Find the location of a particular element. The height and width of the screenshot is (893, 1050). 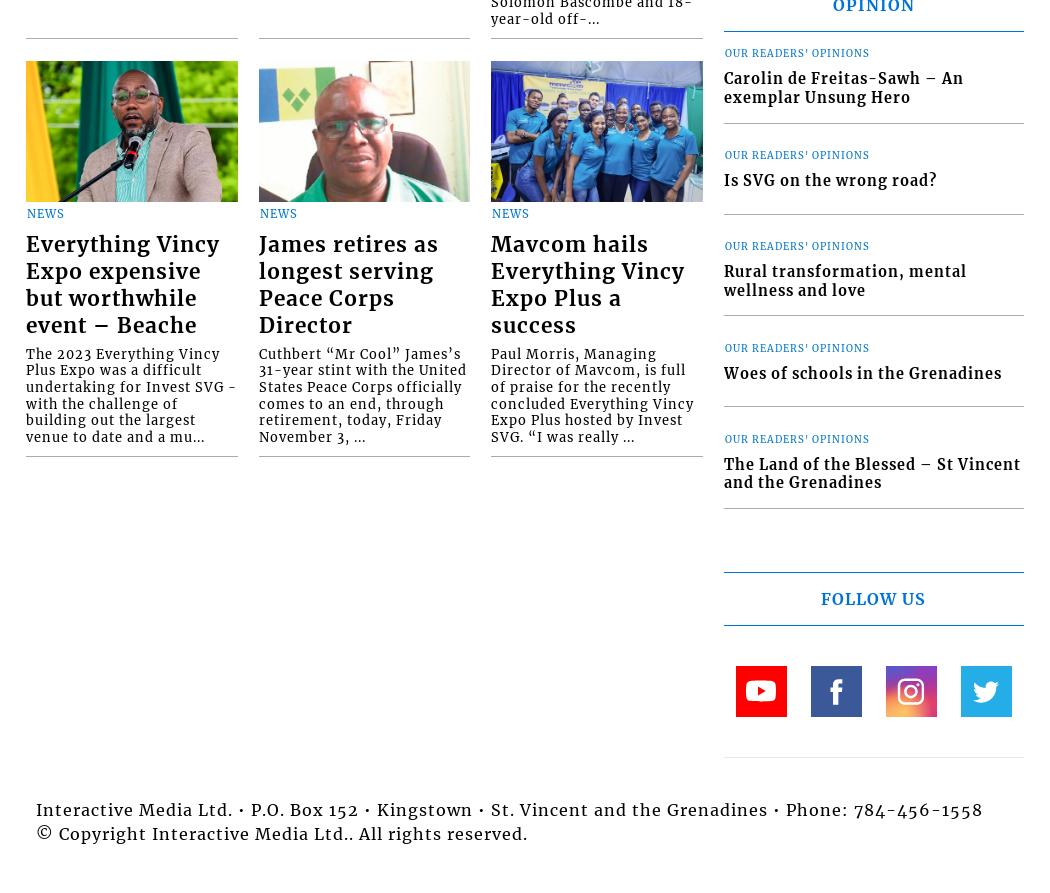

'The Land of the  Blessed – St Vincent and the Grenadines' is located at coordinates (870, 472).